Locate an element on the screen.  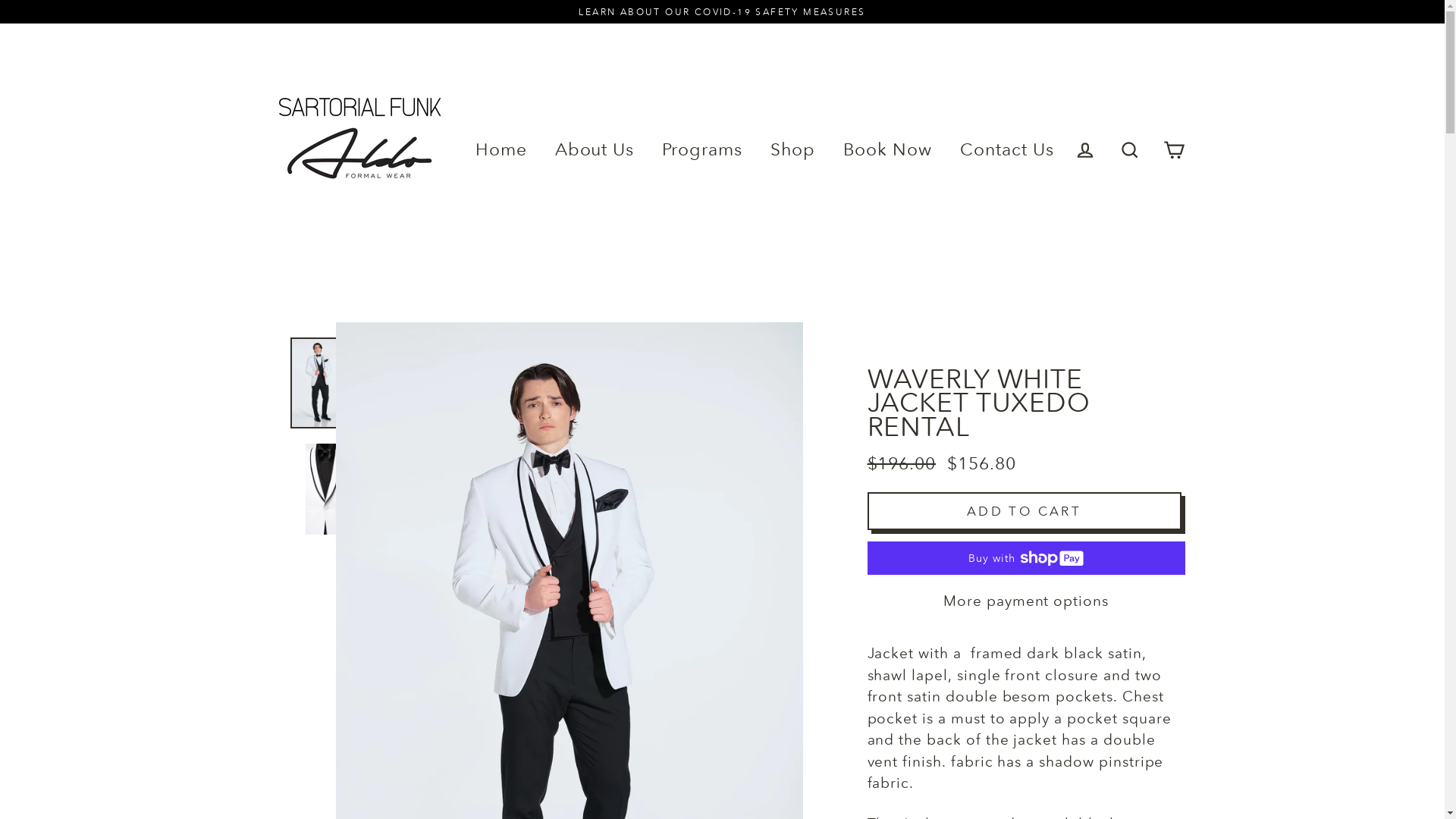
'About Us' is located at coordinates (543, 149).